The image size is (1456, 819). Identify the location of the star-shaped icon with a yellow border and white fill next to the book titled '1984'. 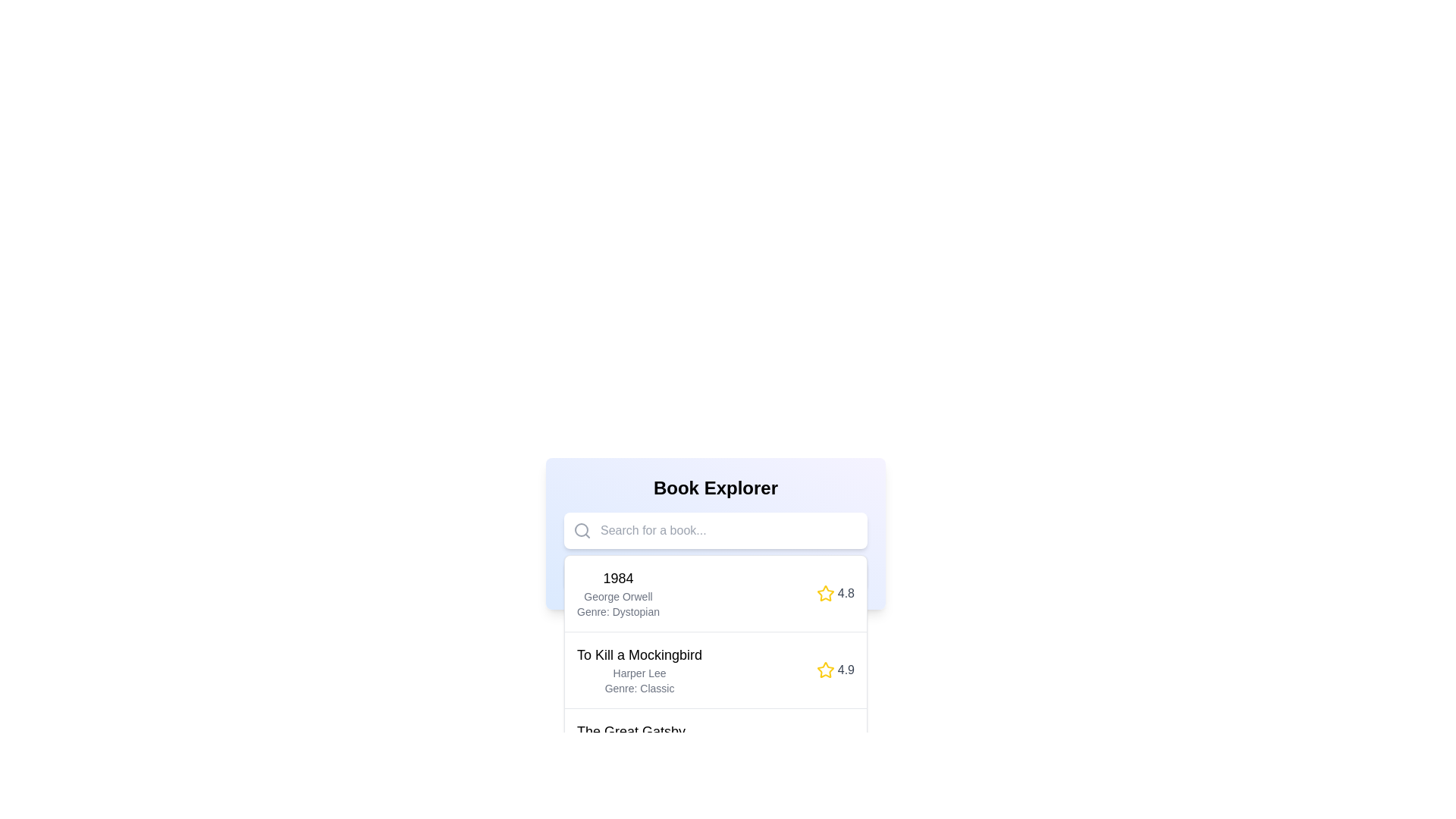
(824, 592).